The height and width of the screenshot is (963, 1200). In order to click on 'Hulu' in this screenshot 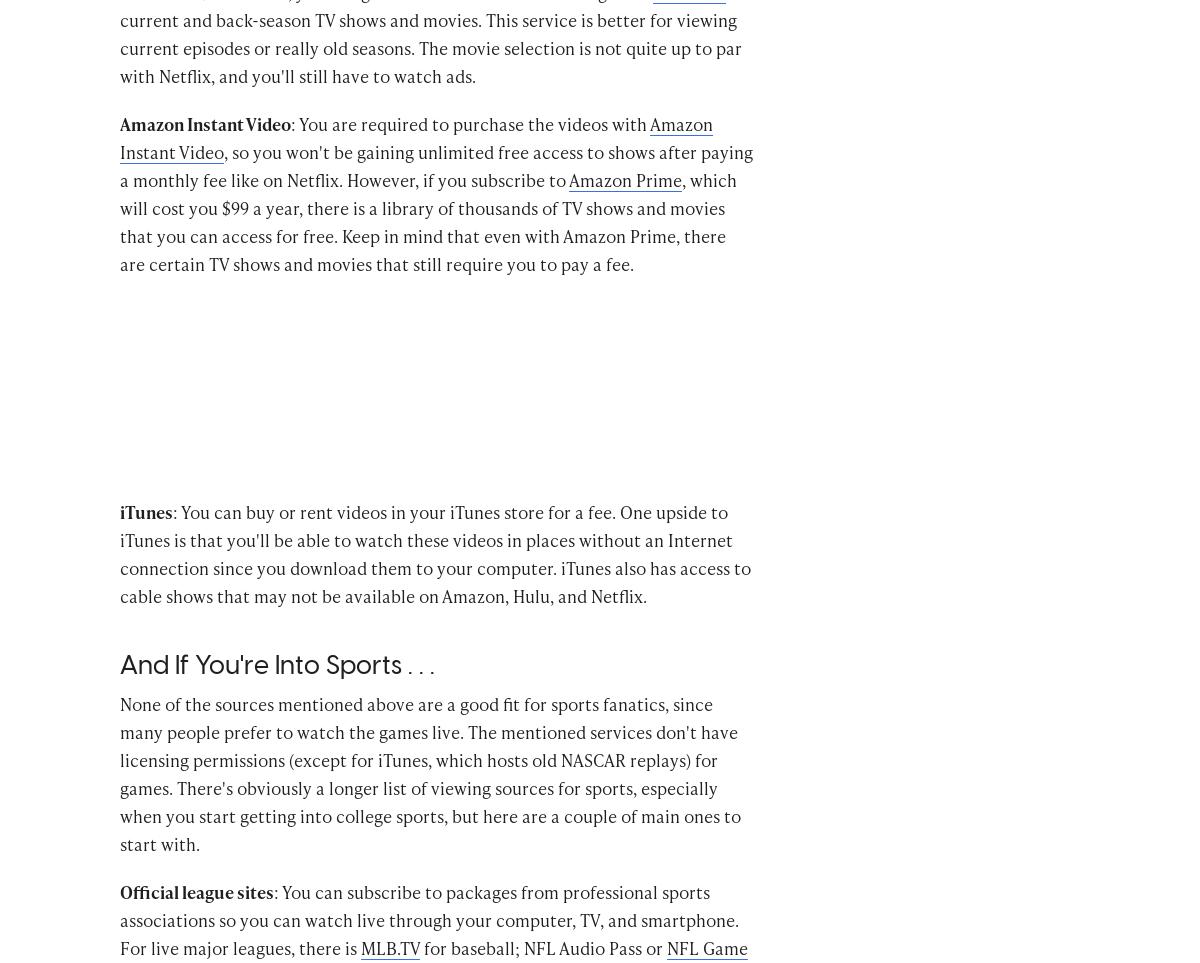, I will do `click(140, 20)`.